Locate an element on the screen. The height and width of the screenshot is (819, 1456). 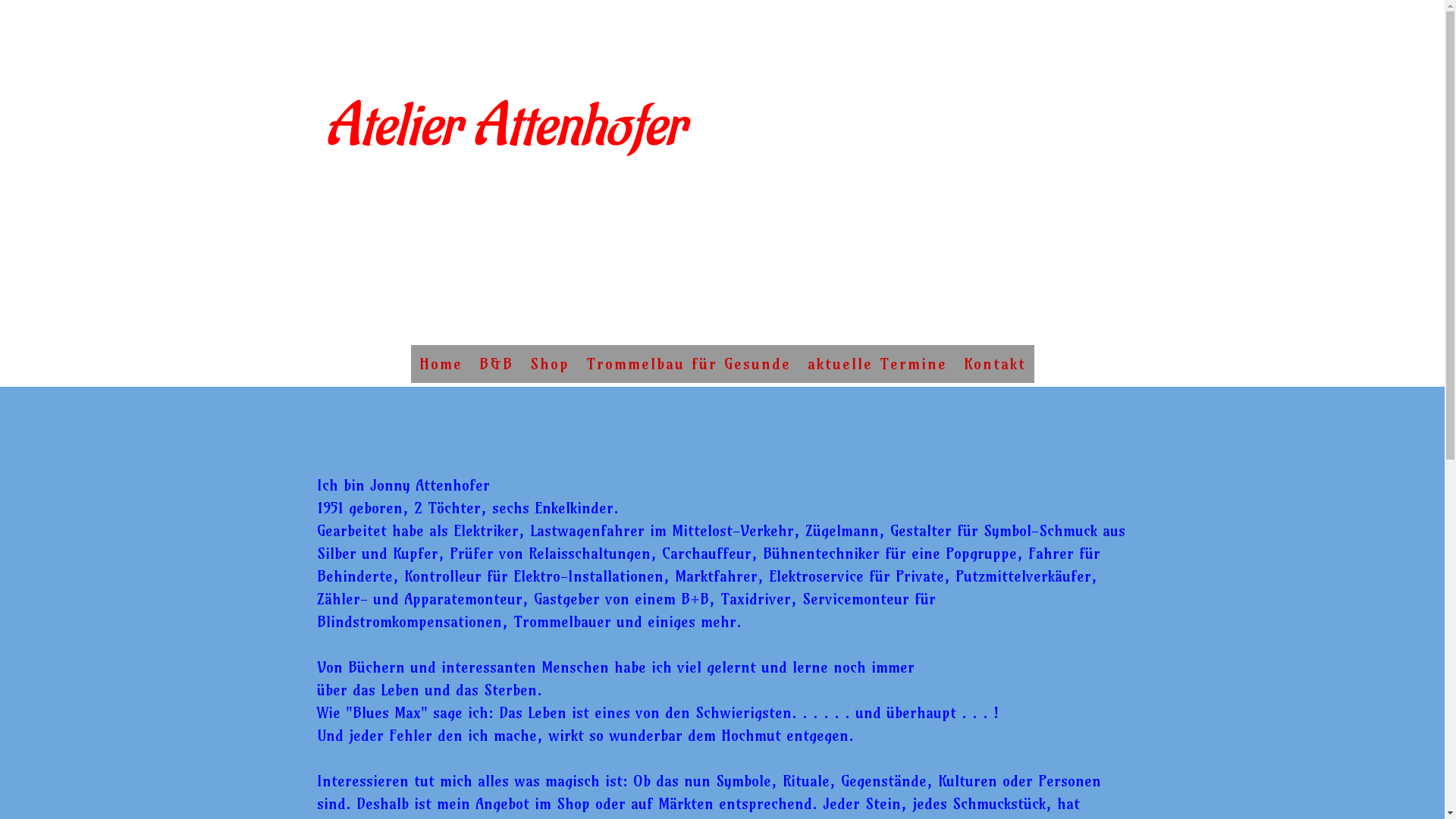
'Home' is located at coordinates (440, 363).